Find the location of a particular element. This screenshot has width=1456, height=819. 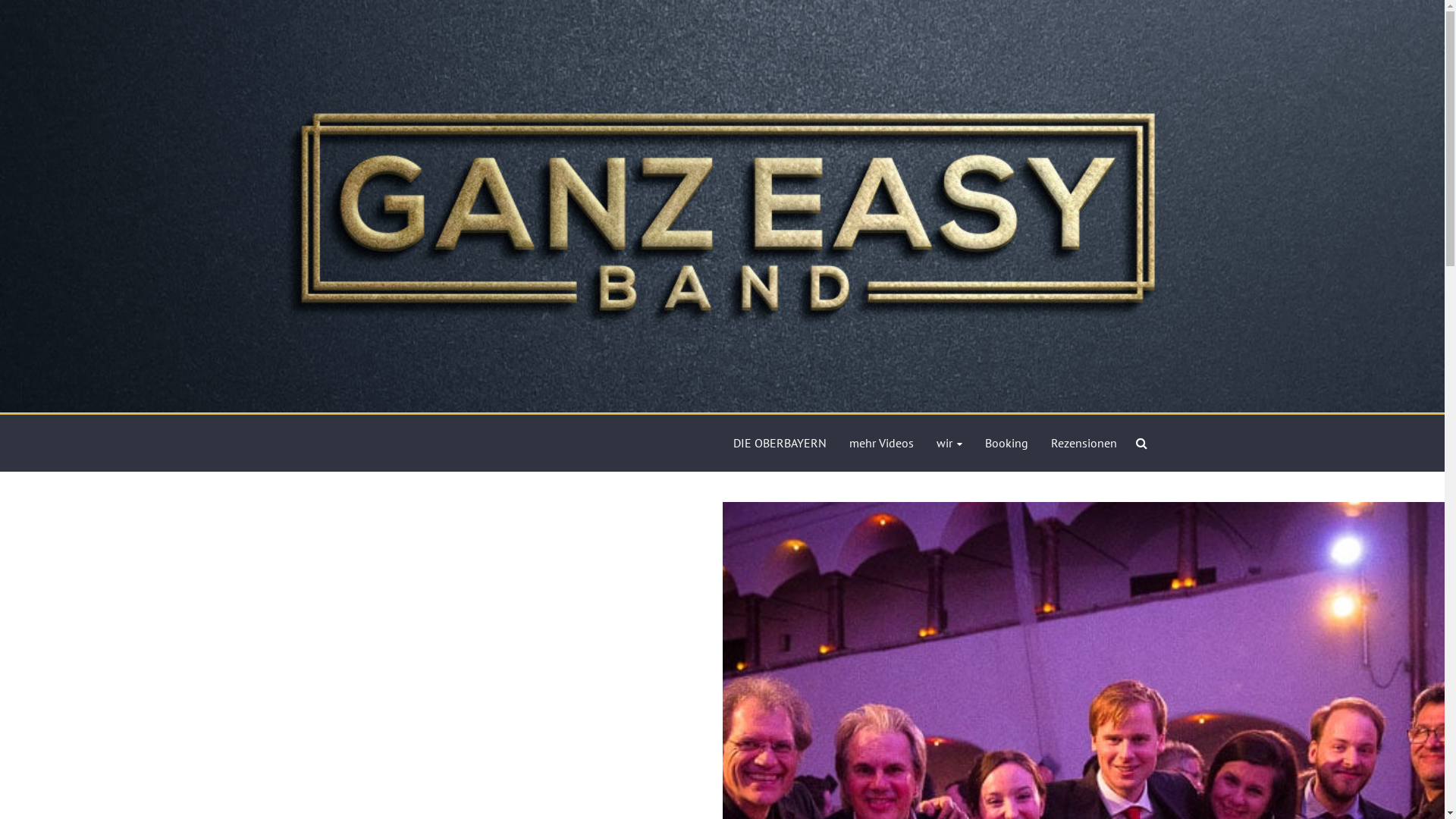

'DIE OBERBAYERN' is located at coordinates (732, 443).